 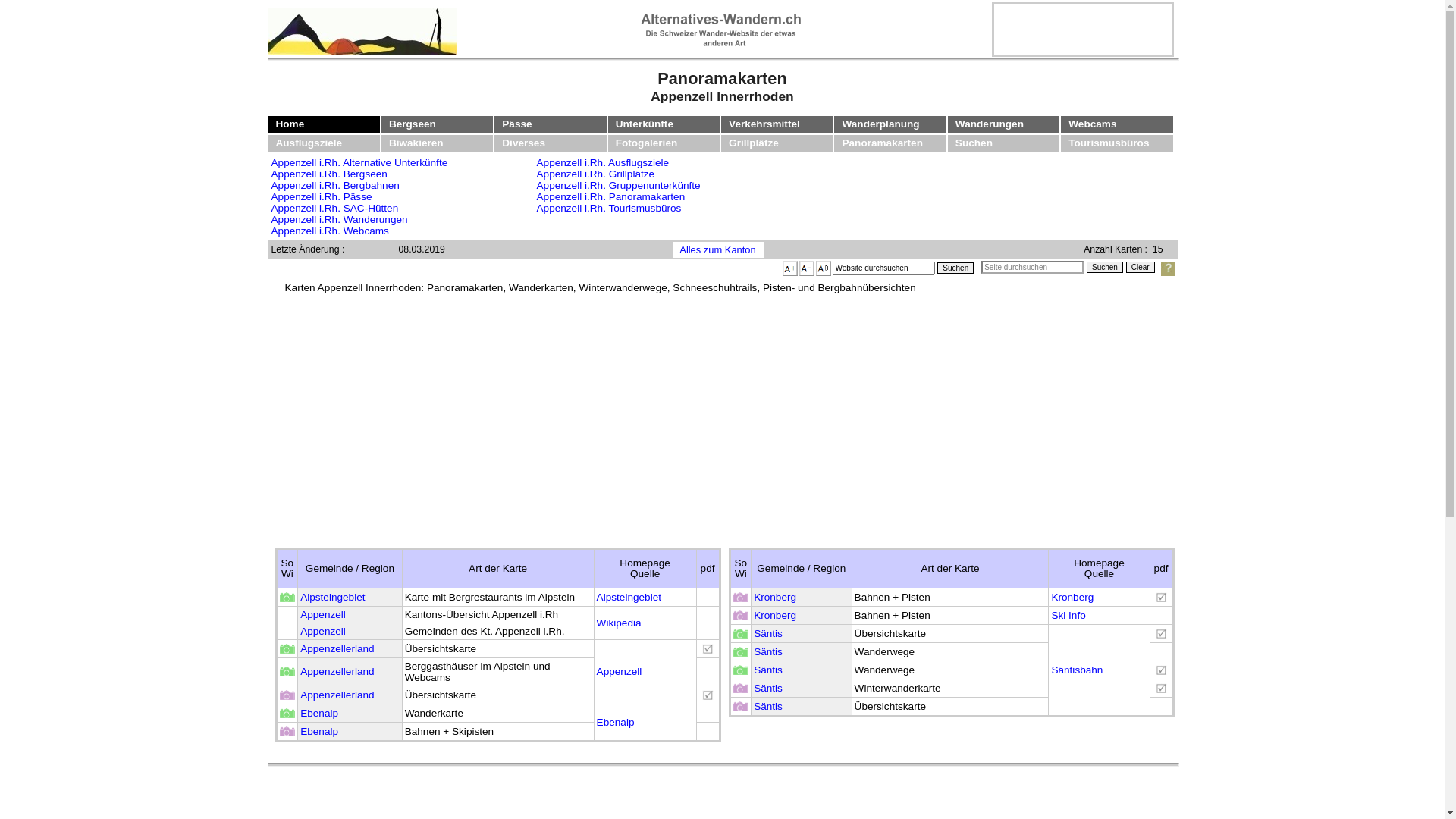 What do you see at coordinates (716, 249) in the screenshot?
I see `'Alles zum Kanton'` at bounding box center [716, 249].